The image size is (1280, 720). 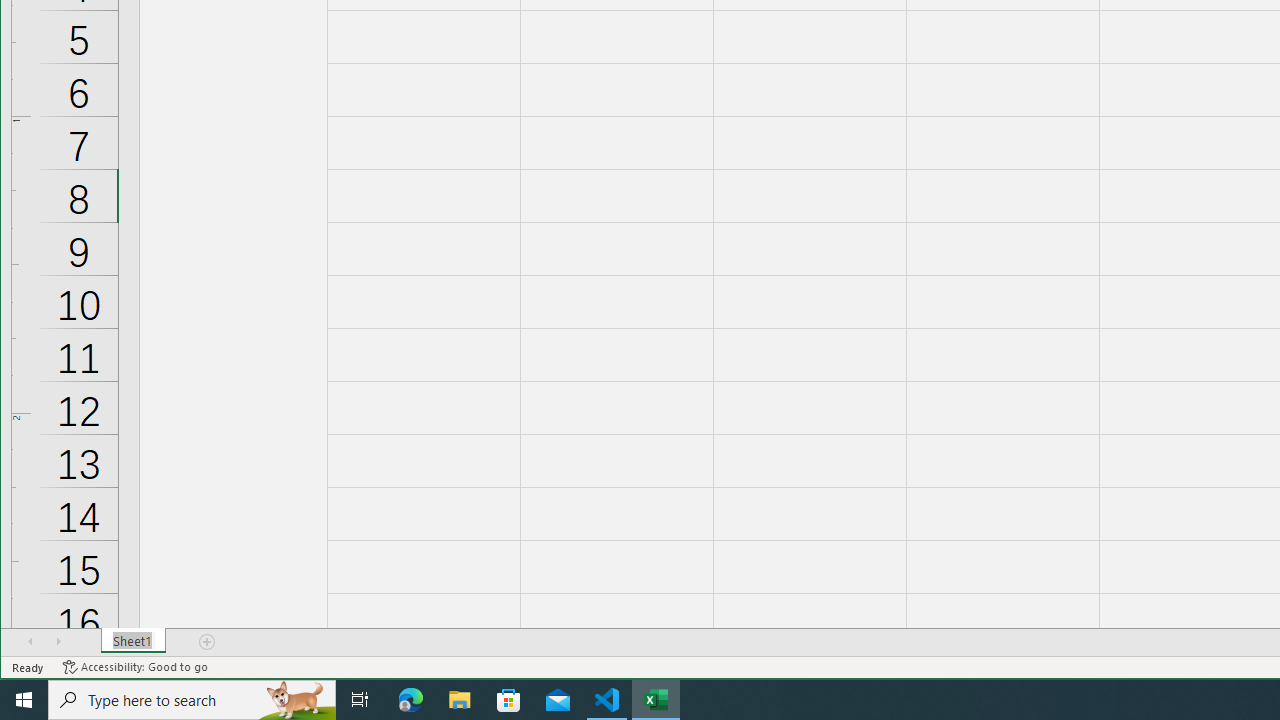 What do you see at coordinates (410, 698) in the screenshot?
I see `'Microsoft Edge'` at bounding box center [410, 698].